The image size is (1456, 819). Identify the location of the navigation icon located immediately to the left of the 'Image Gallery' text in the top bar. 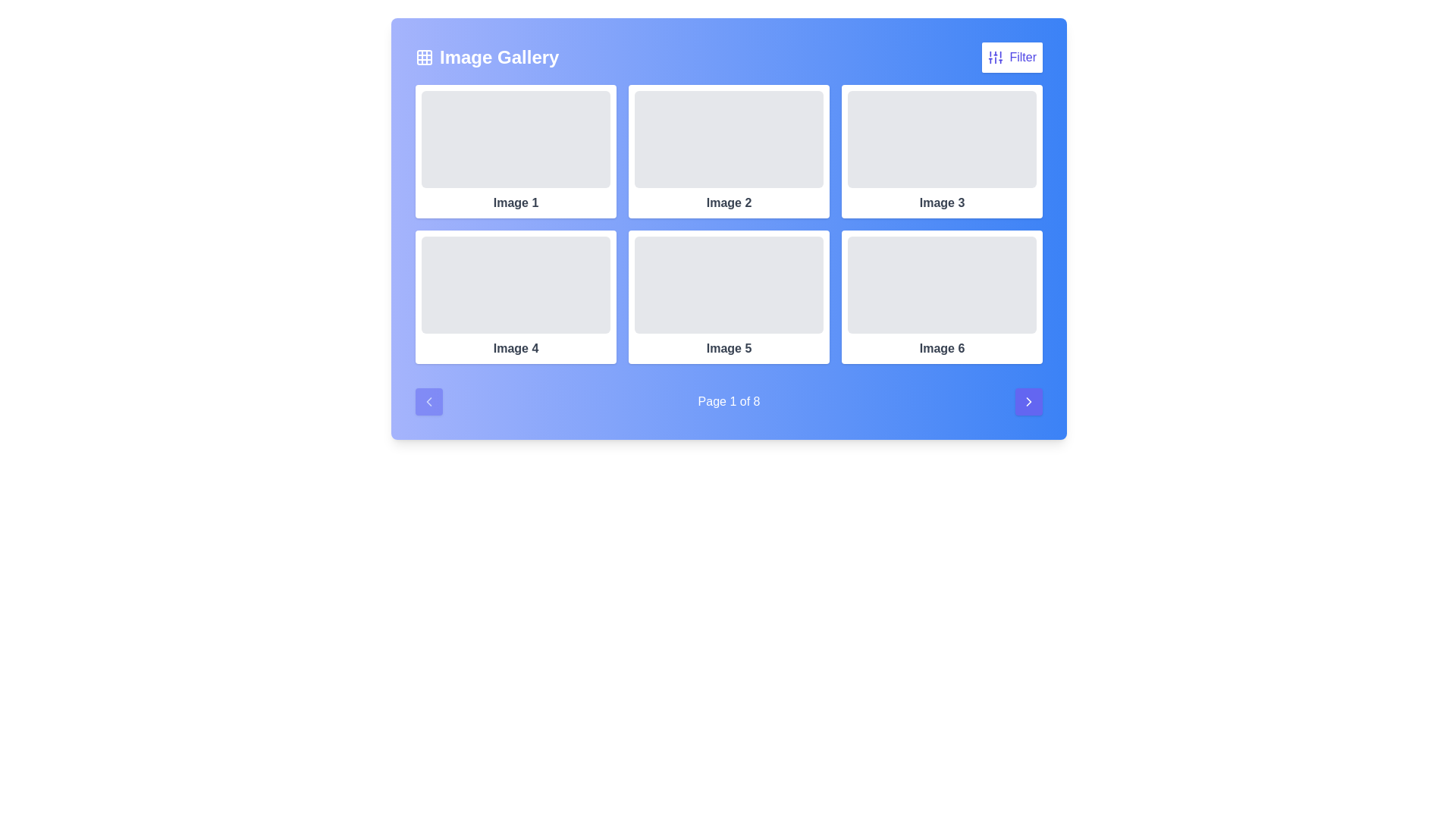
(425, 57).